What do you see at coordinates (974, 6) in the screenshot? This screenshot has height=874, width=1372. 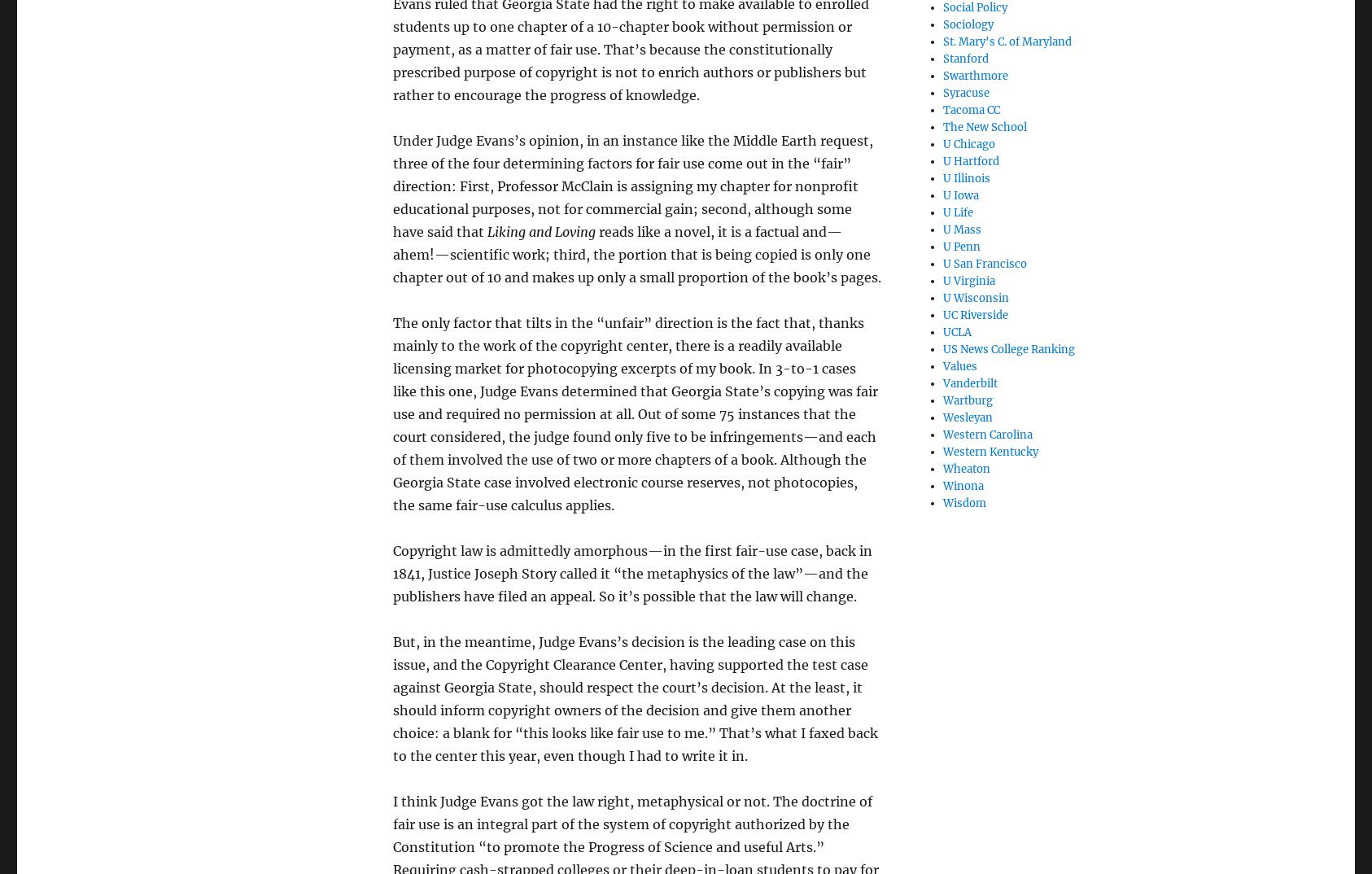 I see `'Social Policy'` at bounding box center [974, 6].